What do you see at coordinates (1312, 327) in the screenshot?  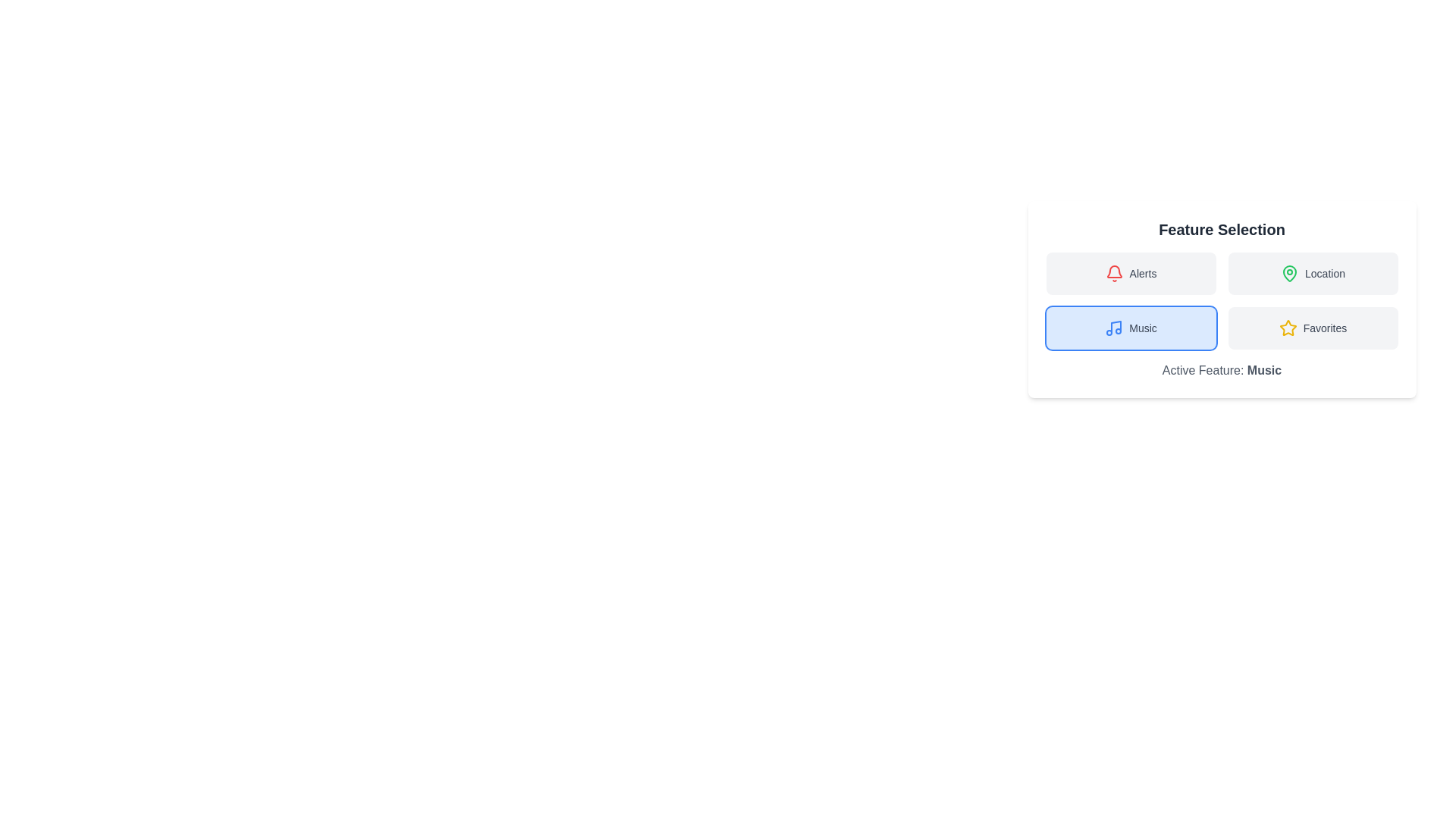 I see `the button corresponding to the feature Favorites` at bounding box center [1312, 327].